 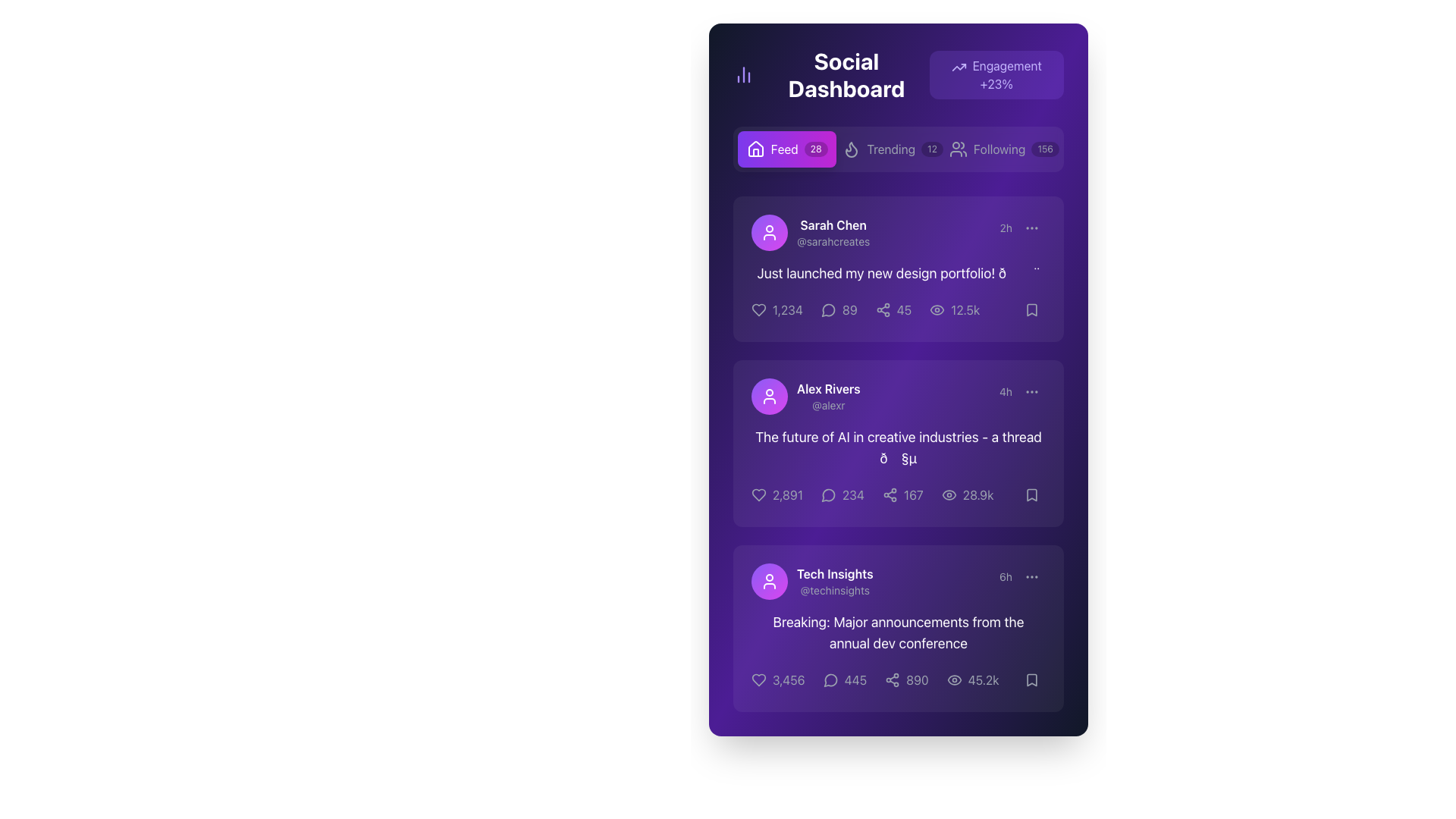 I want to click on the share icon in the Interactive engagement metric display, which features a light-colored share icon and the numerical value '45' on a purple background, located centrally within the first post card, so click(x=893, y=309).